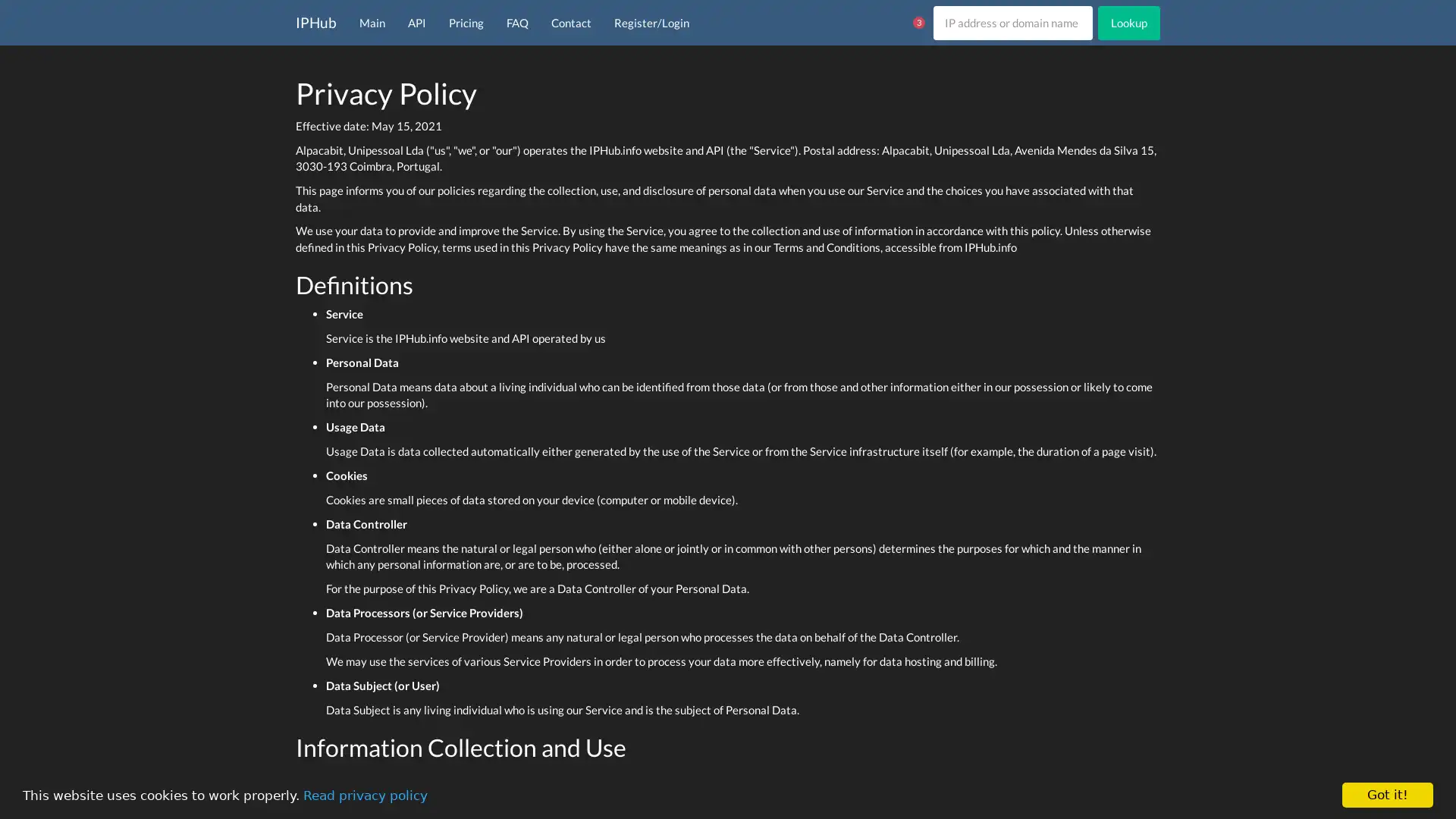 Image resolution: width=1456 pixels, height=819 pixels. What do you see at coordinates (1128, 22) in the screenshot?
I see `Lookup` at bounding box center [1128, 22].